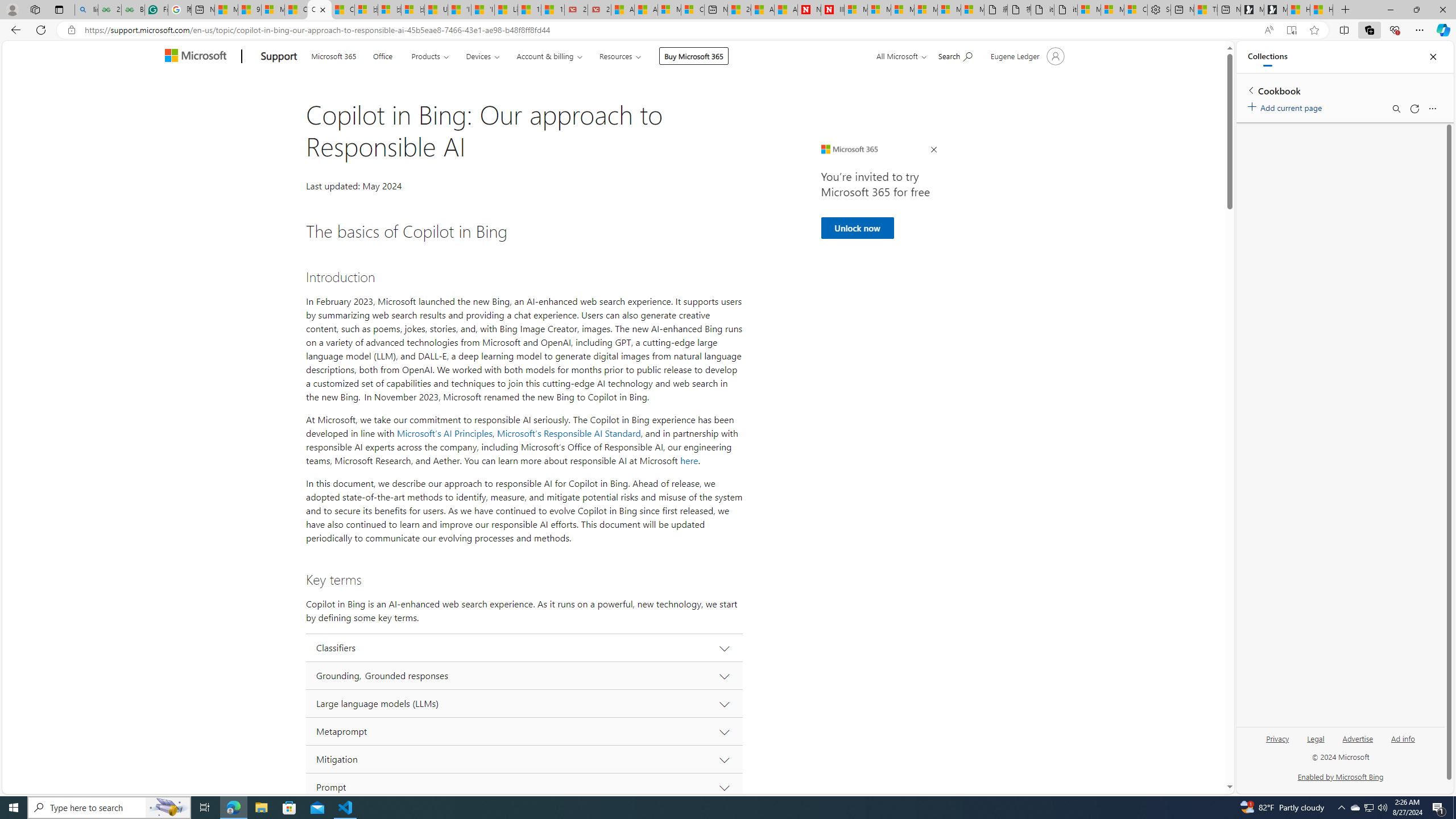 Image resolution: width=1456 pixels, height=819 pixels. What do you see at coordinates (692, 9) in the screenshot?
I see `'Cloud Computing Services | Microsoft Azure'` at bounding box center [692, 9].